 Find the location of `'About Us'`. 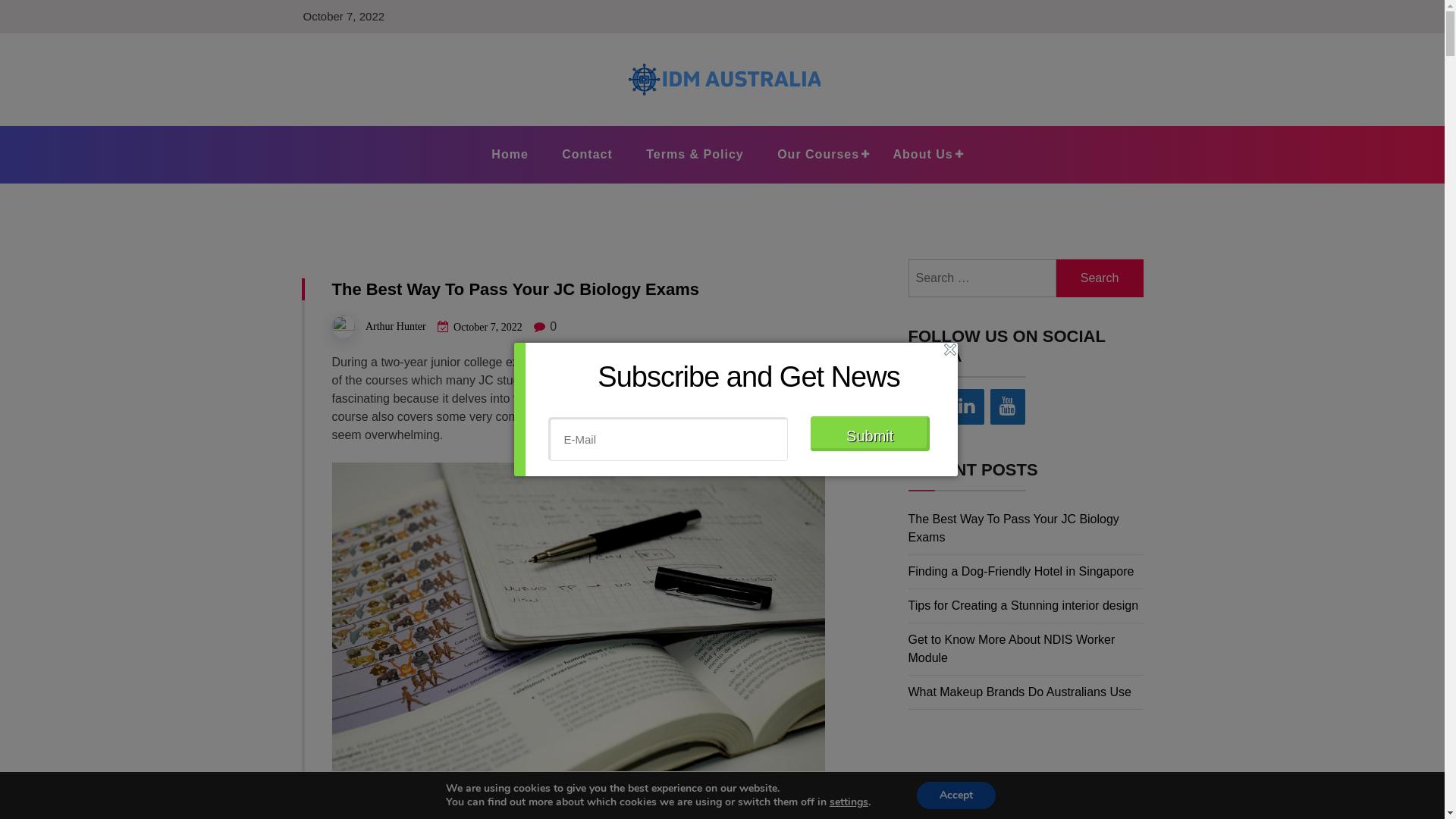

'About Us' is located at coordinates (922, 155).